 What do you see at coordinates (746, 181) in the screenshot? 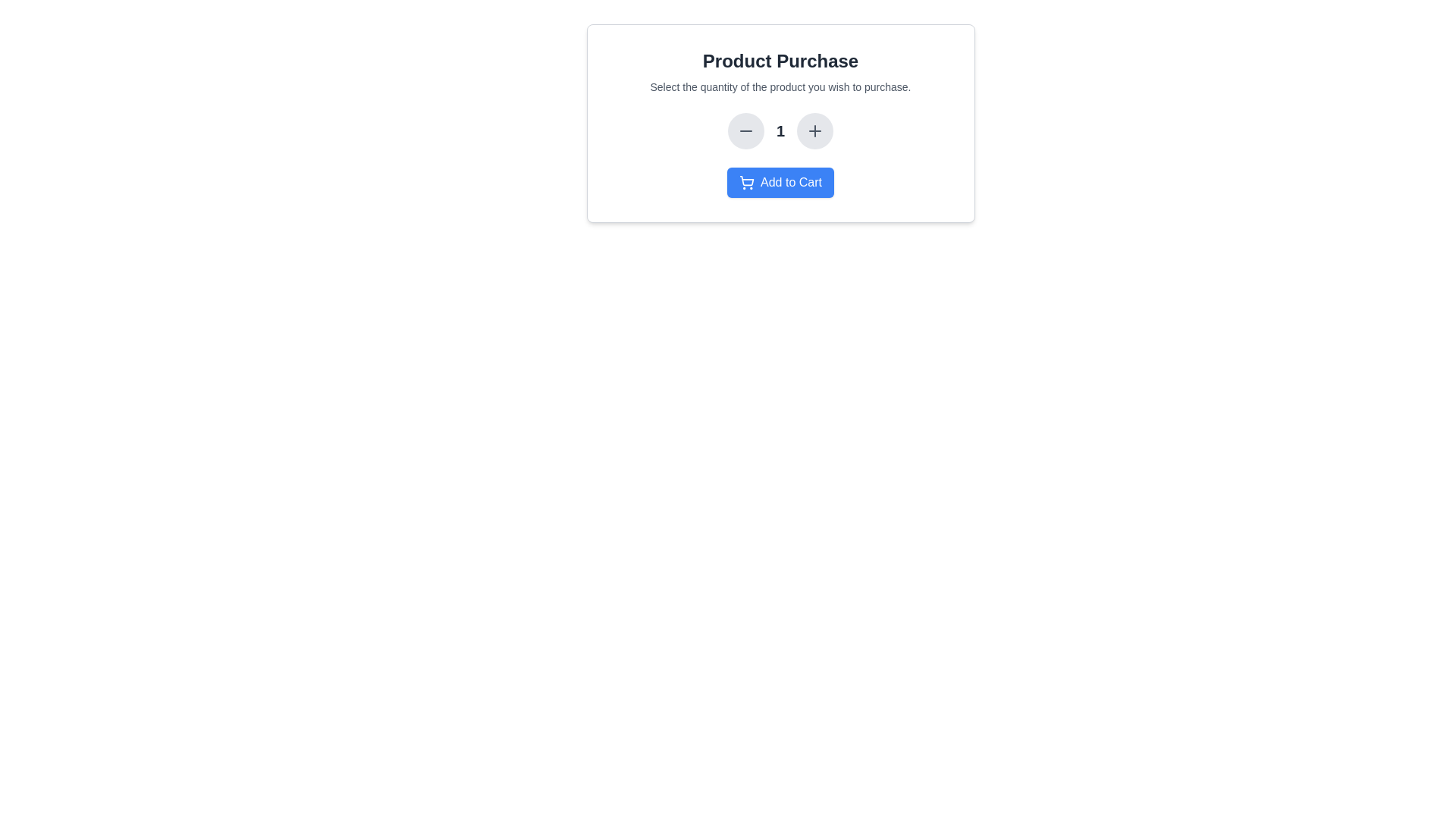
I see `the shopping cart icon located to the left of the 'Add to Cart' text within the blue rectangle button below the quantity selector` at bounding box center [746, 181].